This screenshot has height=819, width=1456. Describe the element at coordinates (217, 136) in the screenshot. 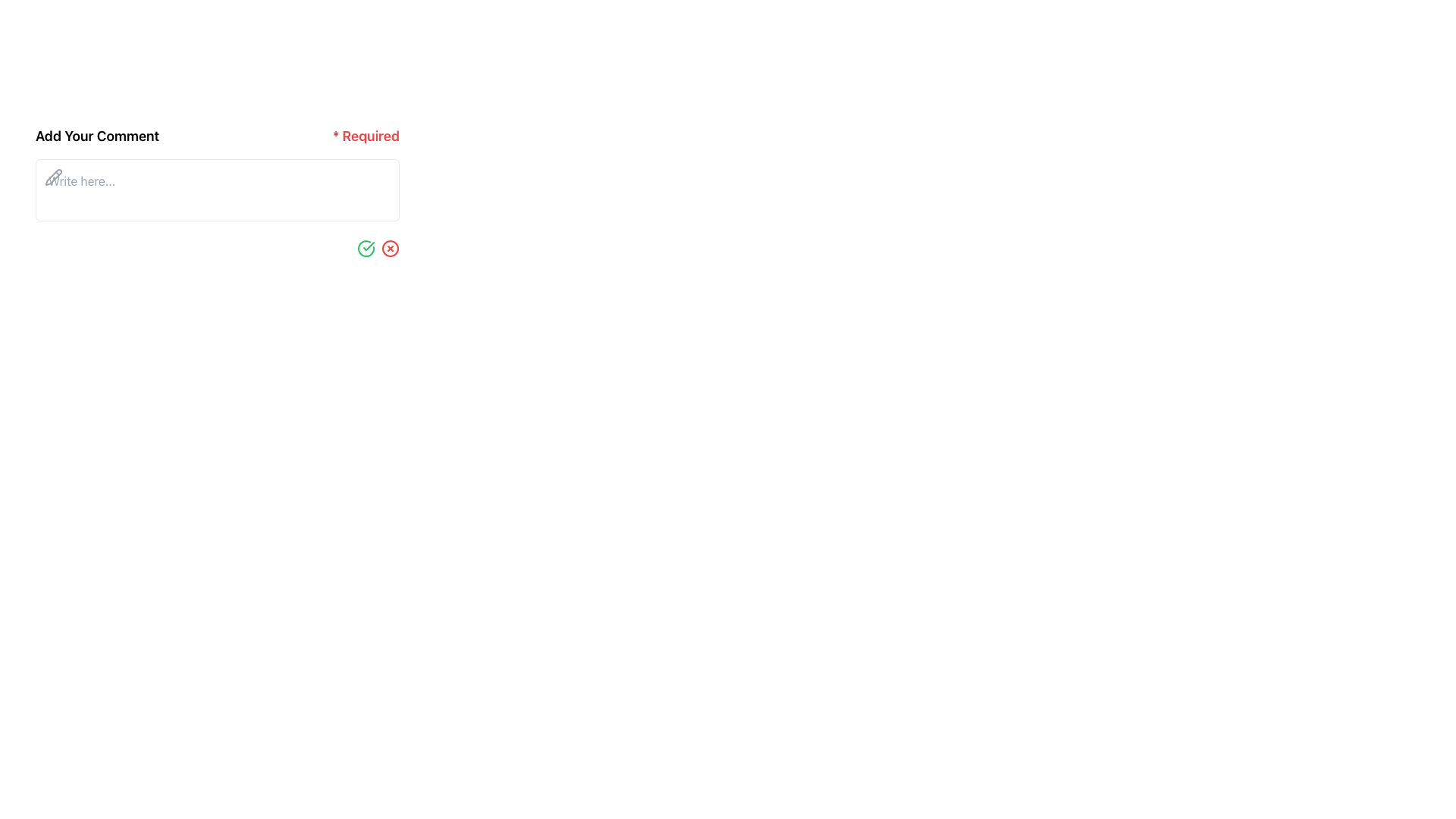

I see `the heading text element that displays 'Add Your Comment* Required', which is prominently positioned at the top of the form layout with a bold font on the left and '* Required' in red on the right` at that location.